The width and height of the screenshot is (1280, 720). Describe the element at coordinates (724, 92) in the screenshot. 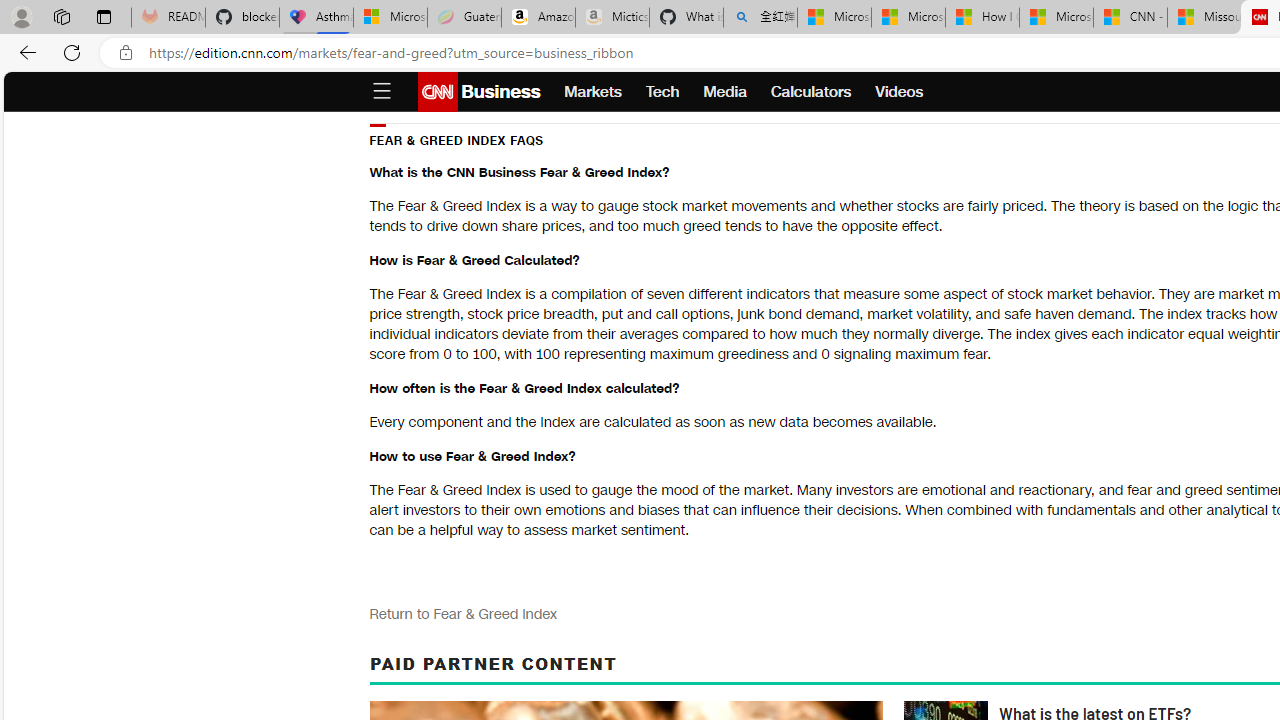

I see `'Media'` at that location.